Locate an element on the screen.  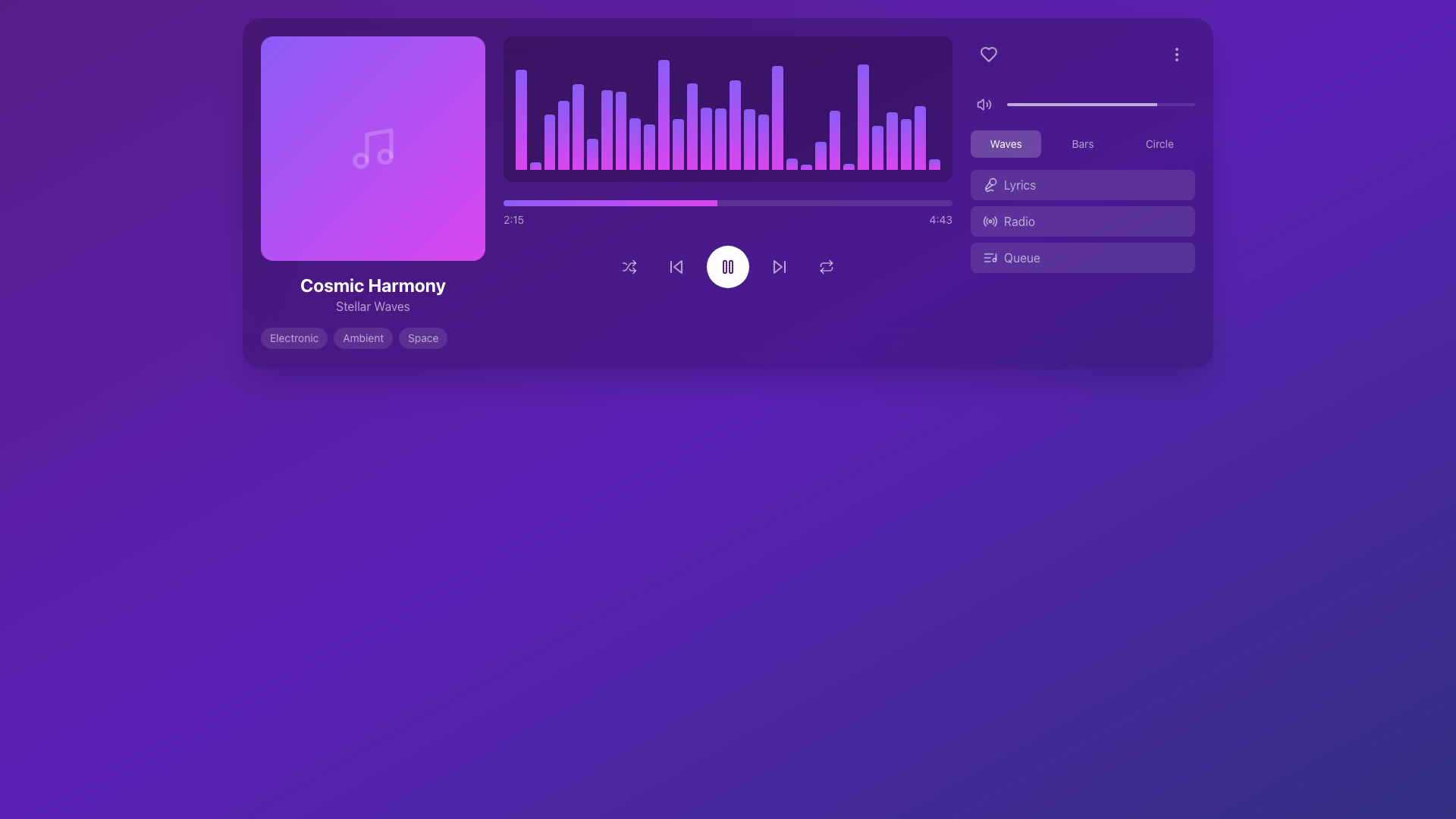
the microphone icon located inside the 'Lyrics' button, which is styled with a white outline and positioned below the wave visualization mode selection is located at coordinates (990, 184).